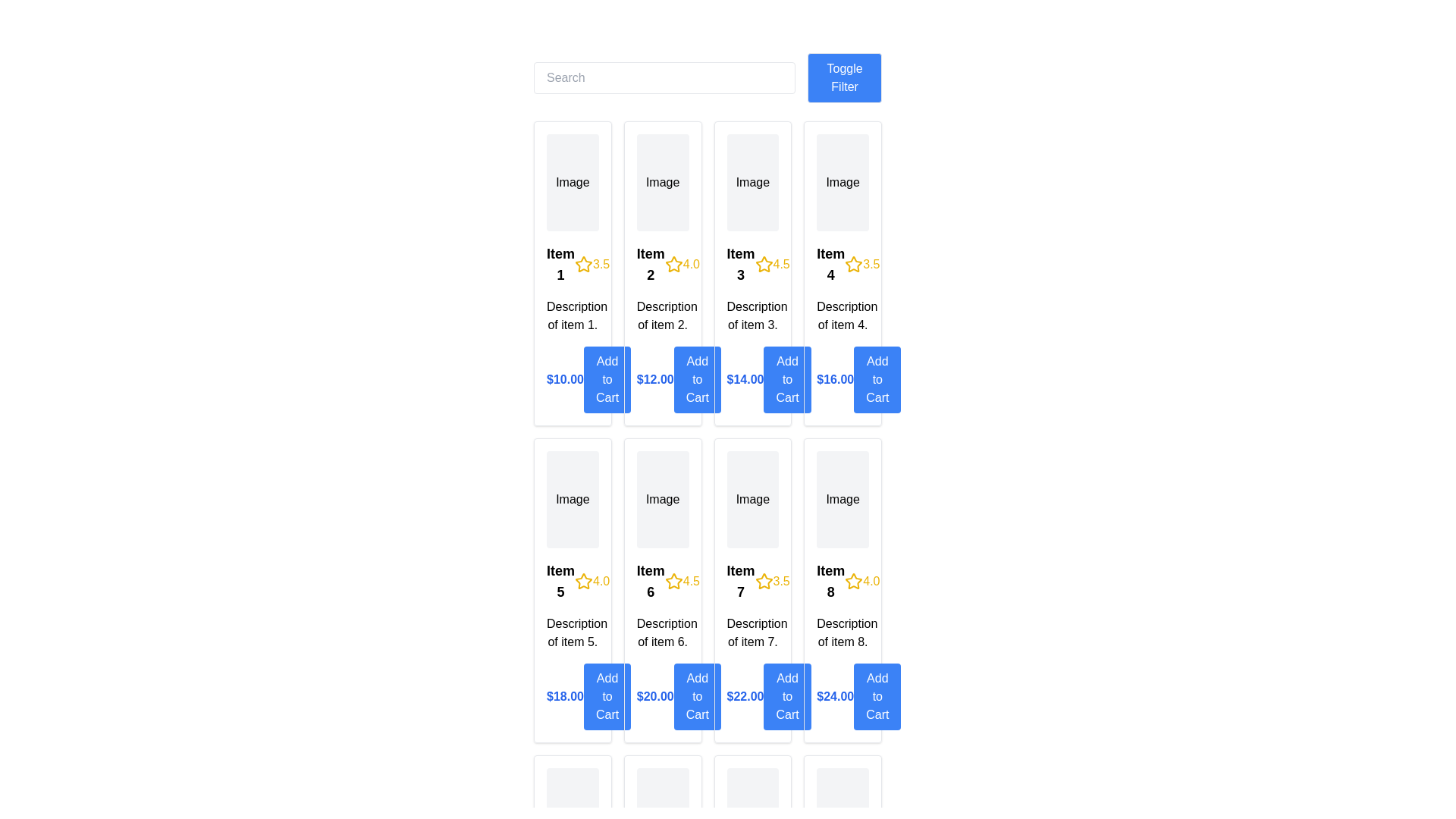 The height and width of the screenshot is (819, 1456). I want to click on the numerical rating display styled in yellow with a star icon indicating a rating of 4.0, located at the bottom-left section of the second row of a grid, adjacent to 'Item 5', so click(591, 581).